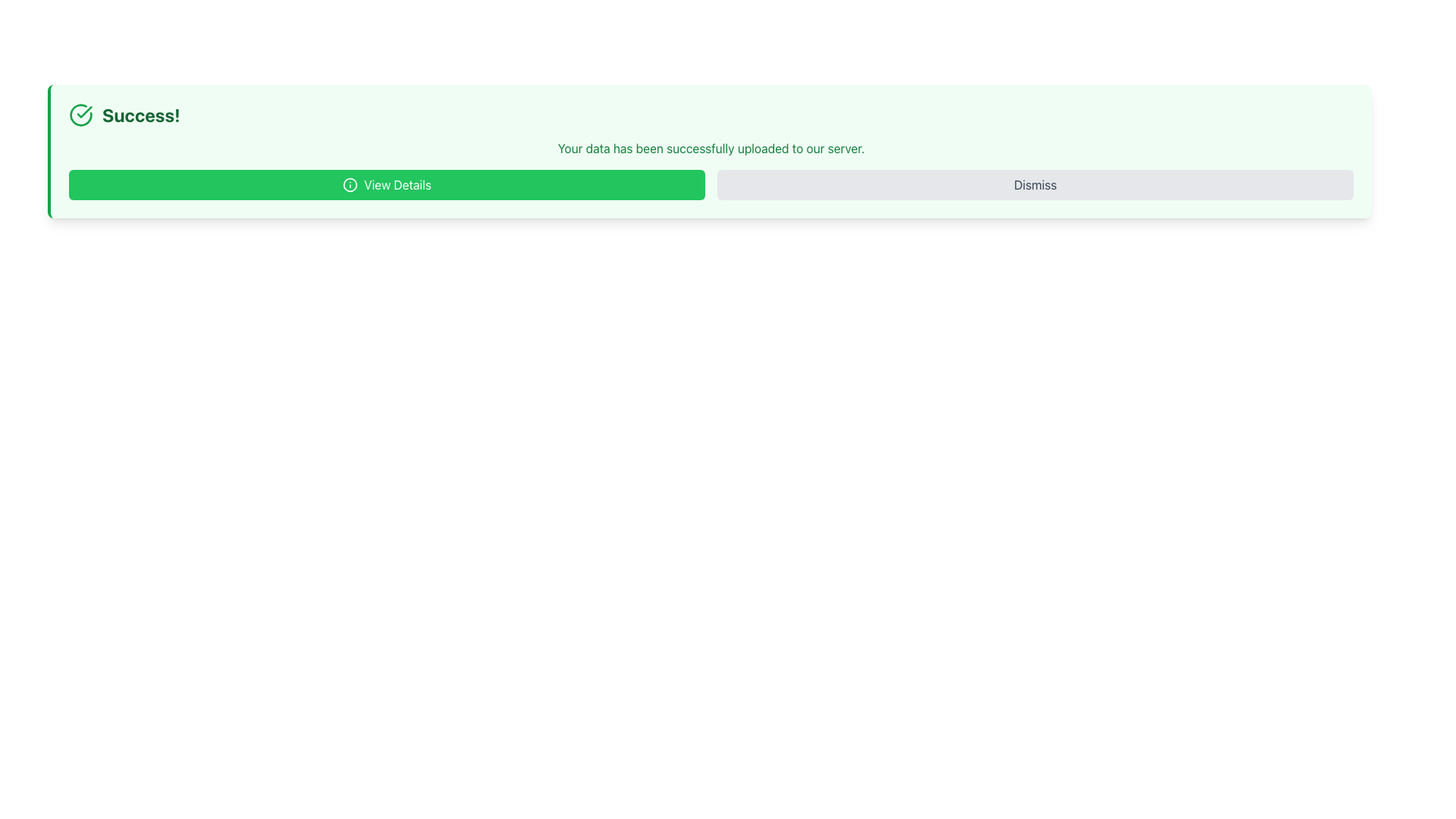 The image size is (1456, 819). I want to click on the 'View Details' button with a green background and an information icon to observe its tooltip if available, so click(387, 184).